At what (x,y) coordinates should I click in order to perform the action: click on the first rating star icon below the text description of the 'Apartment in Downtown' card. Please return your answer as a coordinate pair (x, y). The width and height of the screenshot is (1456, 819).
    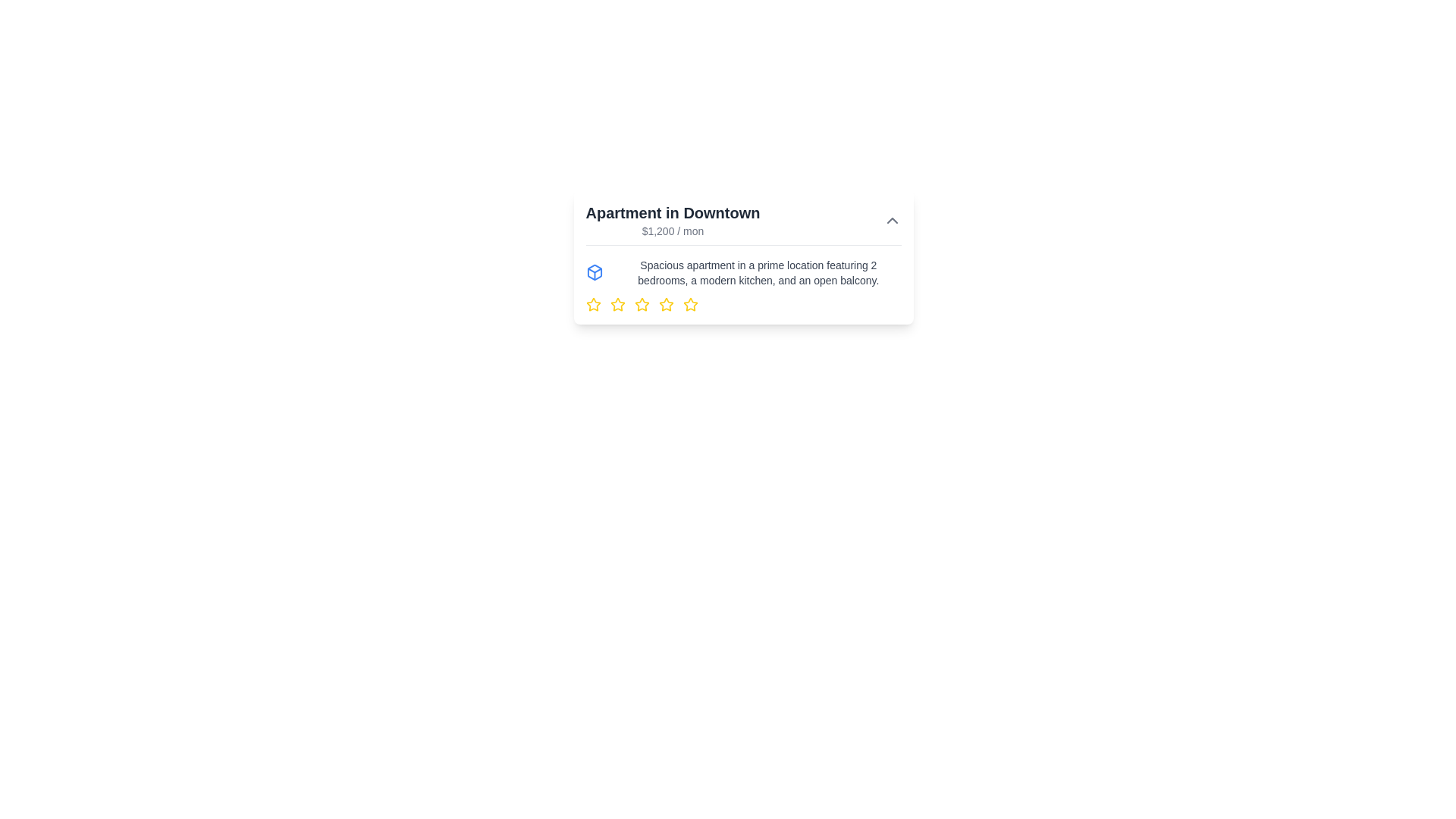
    Looking at the image, I should click on (617, 304).